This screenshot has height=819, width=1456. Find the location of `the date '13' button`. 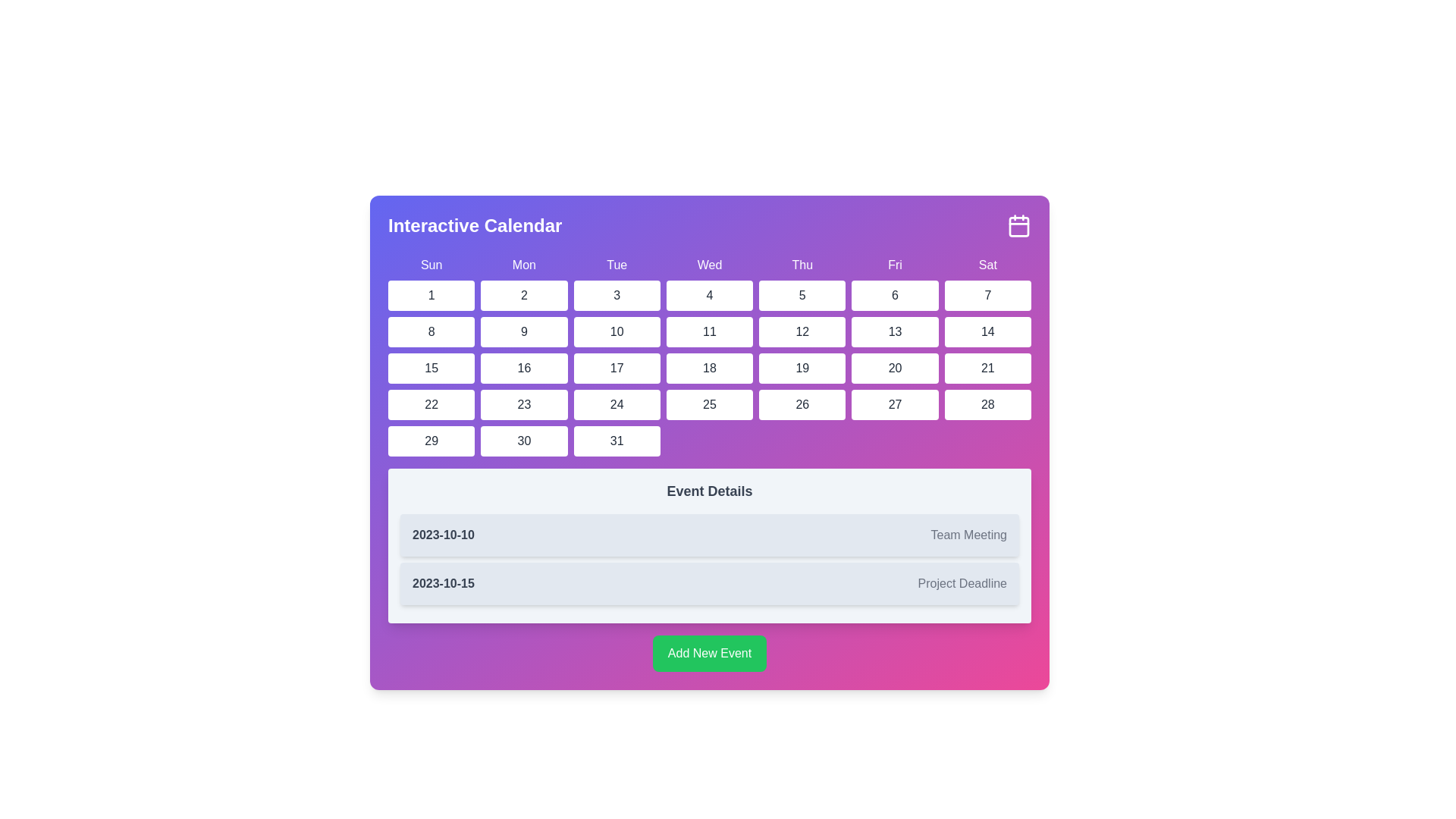

the date '13' button is located at coordinates (895, 331).